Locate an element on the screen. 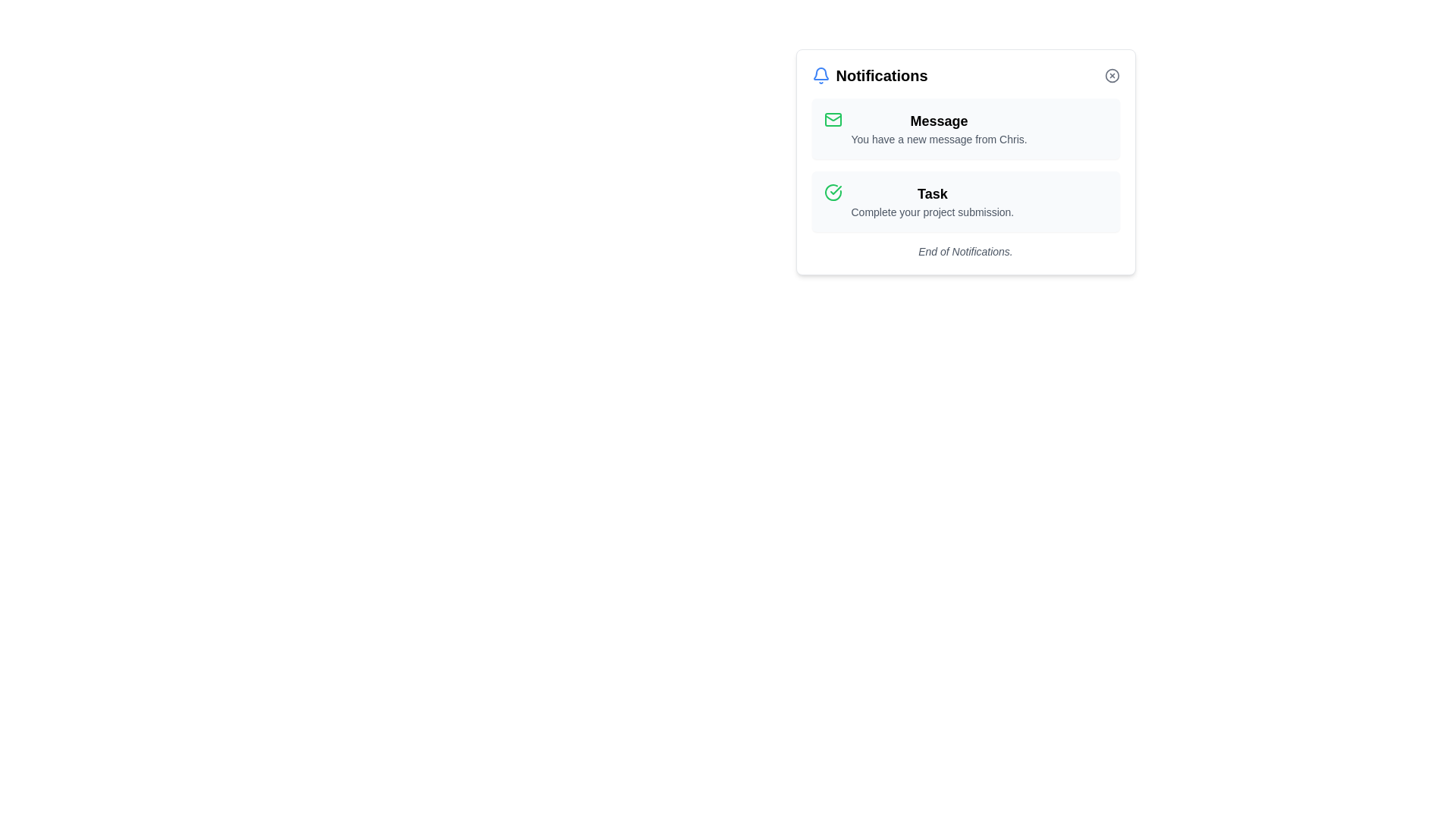 The height and width of the screenshot is (819, 1456). bold text label containing the word 'Message', which is prominently displayed in the upper-middle section of the notification area, aligned with the envelope icon to its left is located at coordinates (938, 120).